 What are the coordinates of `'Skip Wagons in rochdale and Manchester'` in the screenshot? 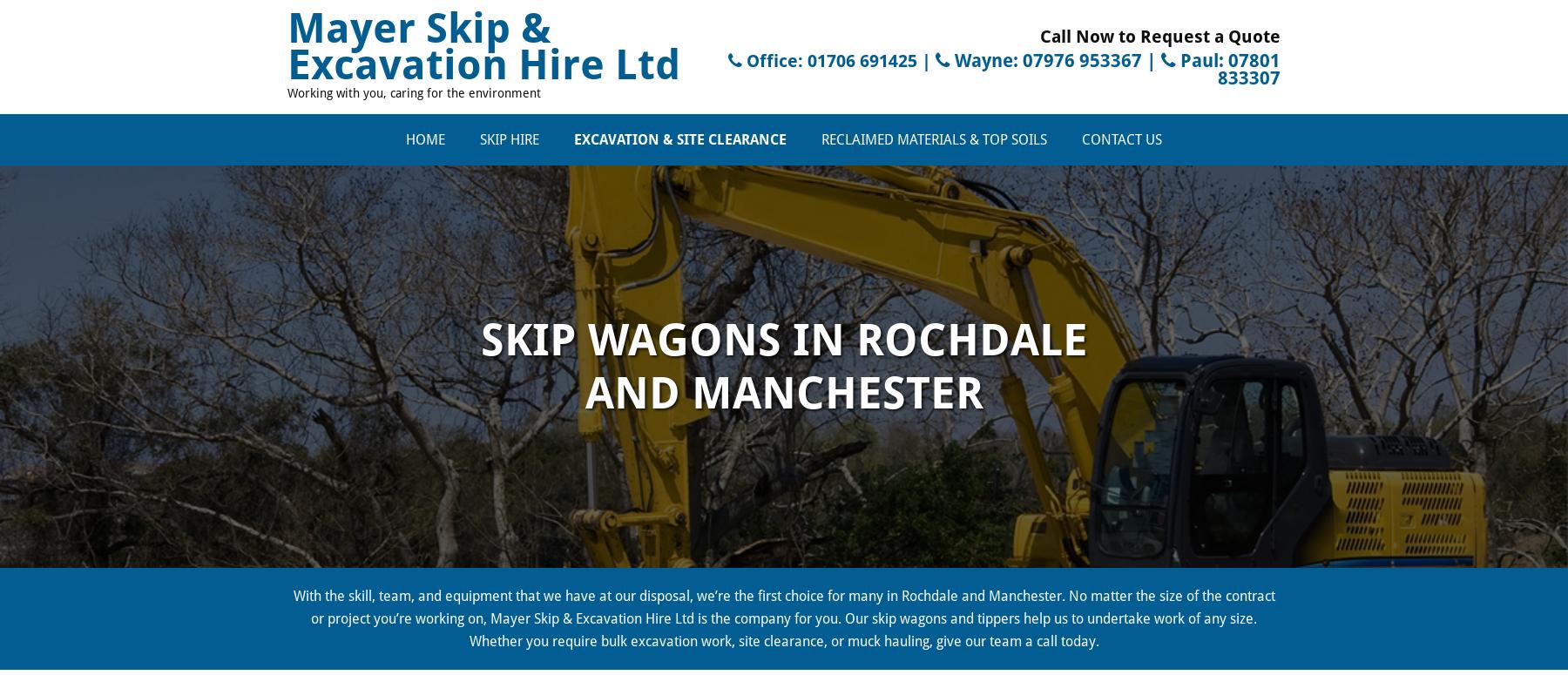 It's located at (783, 365).